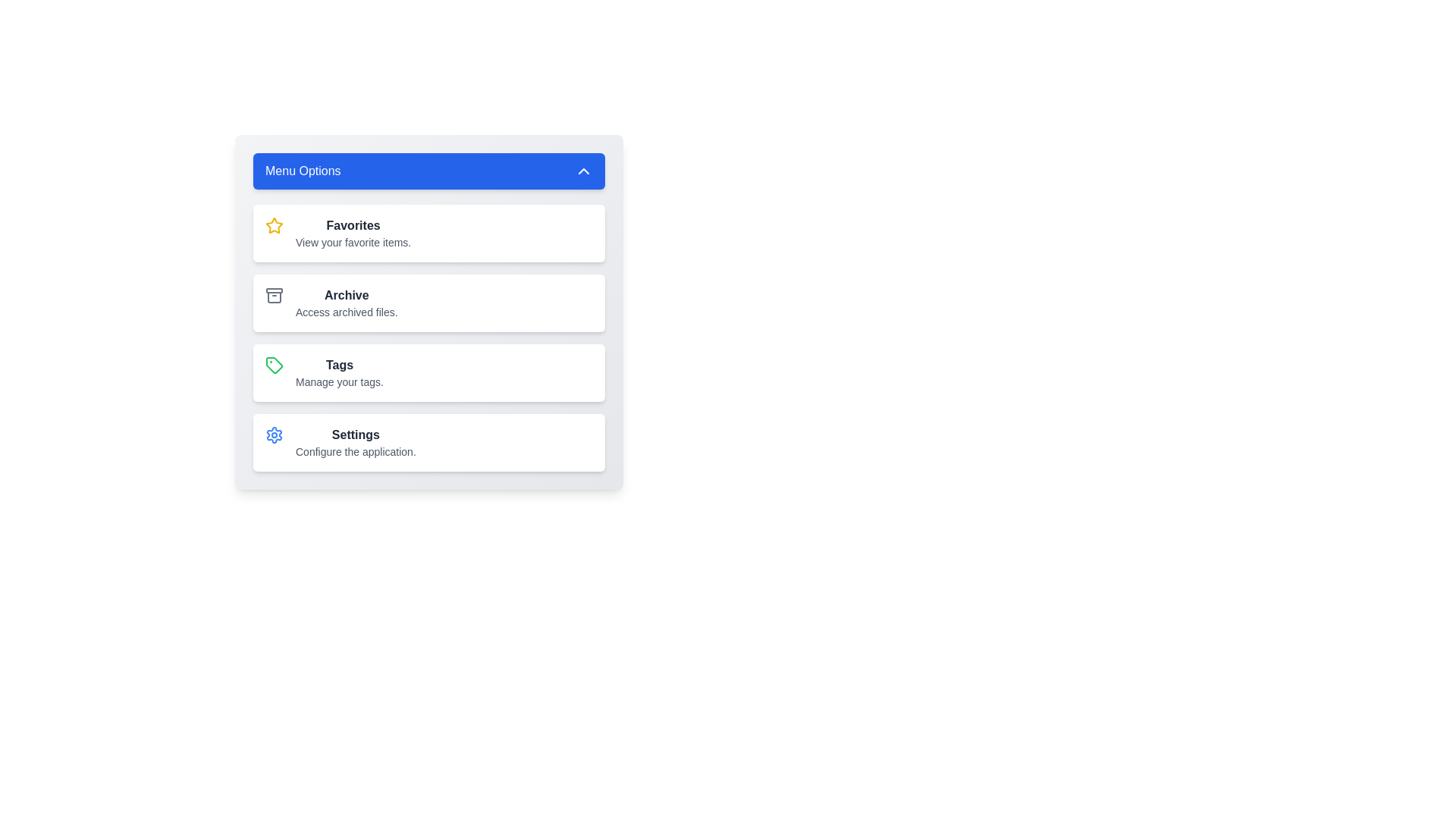  Describe the element at coordinates (355, 435) in the screenshot. I see `the Text label that serves as a heading for the associated menu item, located in the vertical menu layout below the 'Tags' item` at that location.